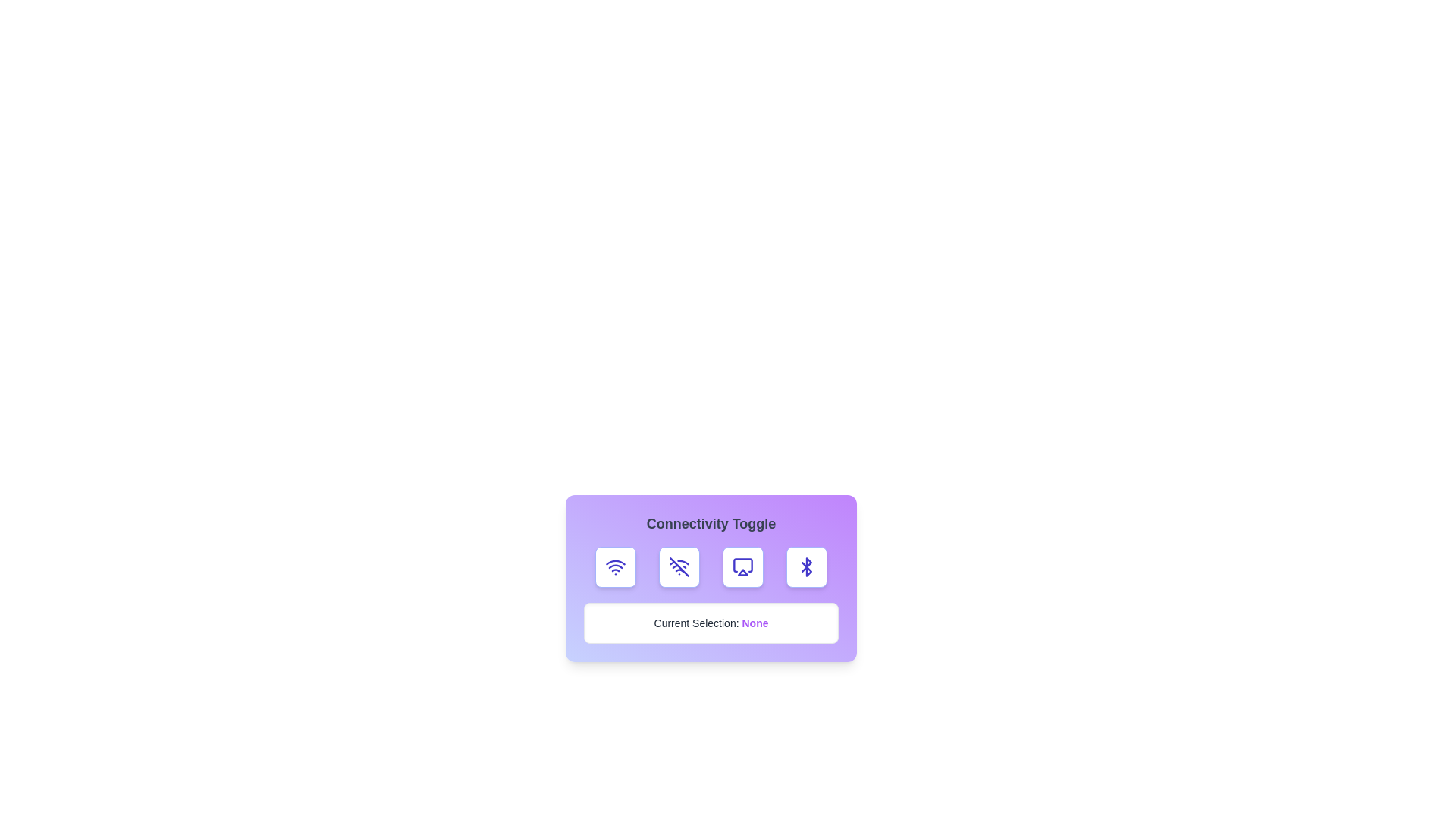 This screenshot has width=1456, height=819. Describe the element at coordinates (806, 567) in the screenshot. I see `the connectivity option Bluetooth by clicking its corresponding button` at that location.